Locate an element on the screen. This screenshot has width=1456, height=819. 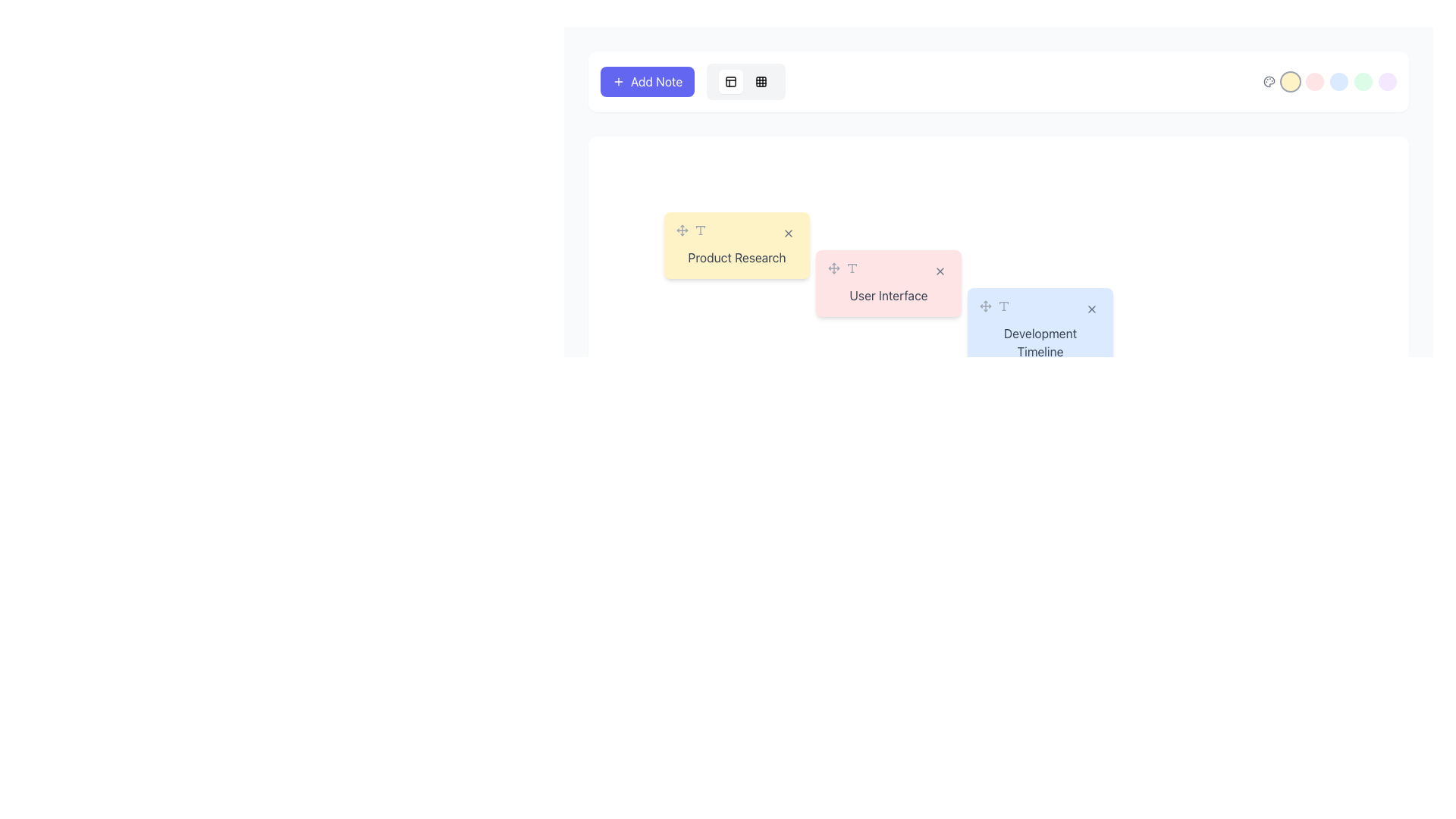
the close or delete button located at the upper-right corner of the 'Development Timeline' card to activate hover effects is located at coordinates (1092, 309).